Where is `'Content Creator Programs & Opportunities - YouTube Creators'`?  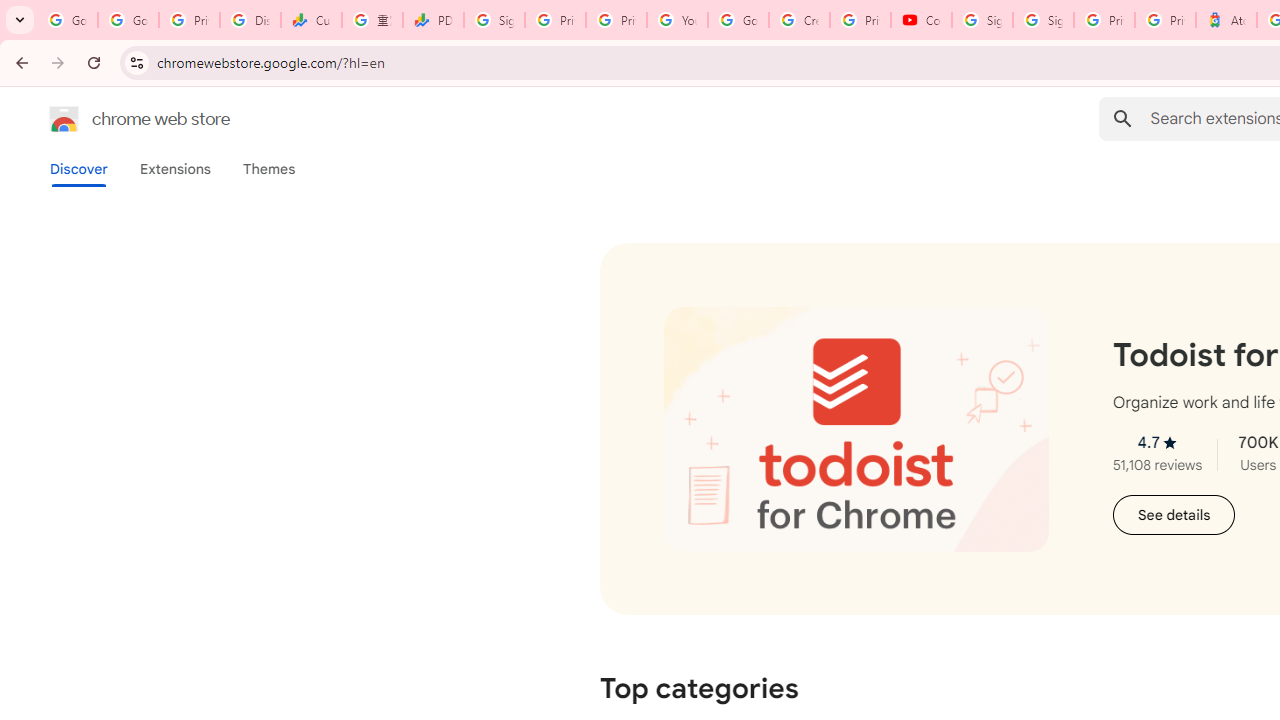
'Content Creator Programs & Opportunities - YouTube Creators' is located at coordinates (920, 20).